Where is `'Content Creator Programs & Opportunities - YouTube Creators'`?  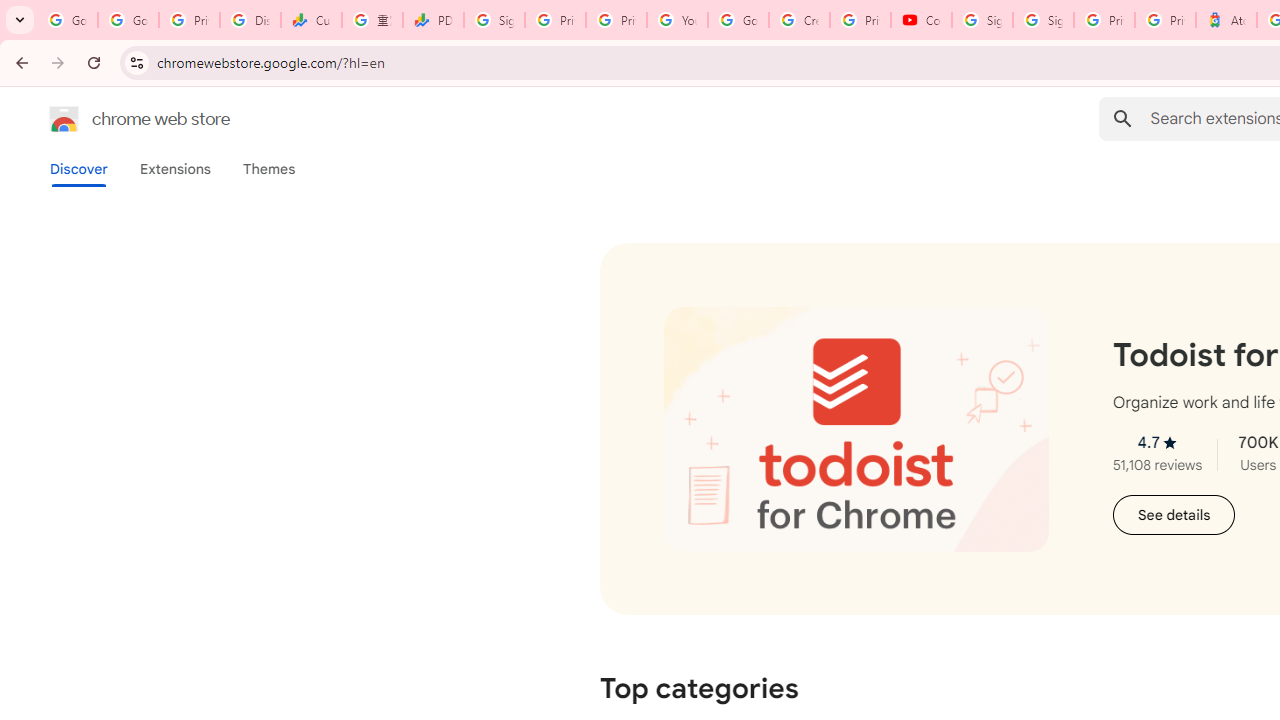
'Content Creator Programs & Opportunities - YouTube Creators' is located at coordinates (920, 20).